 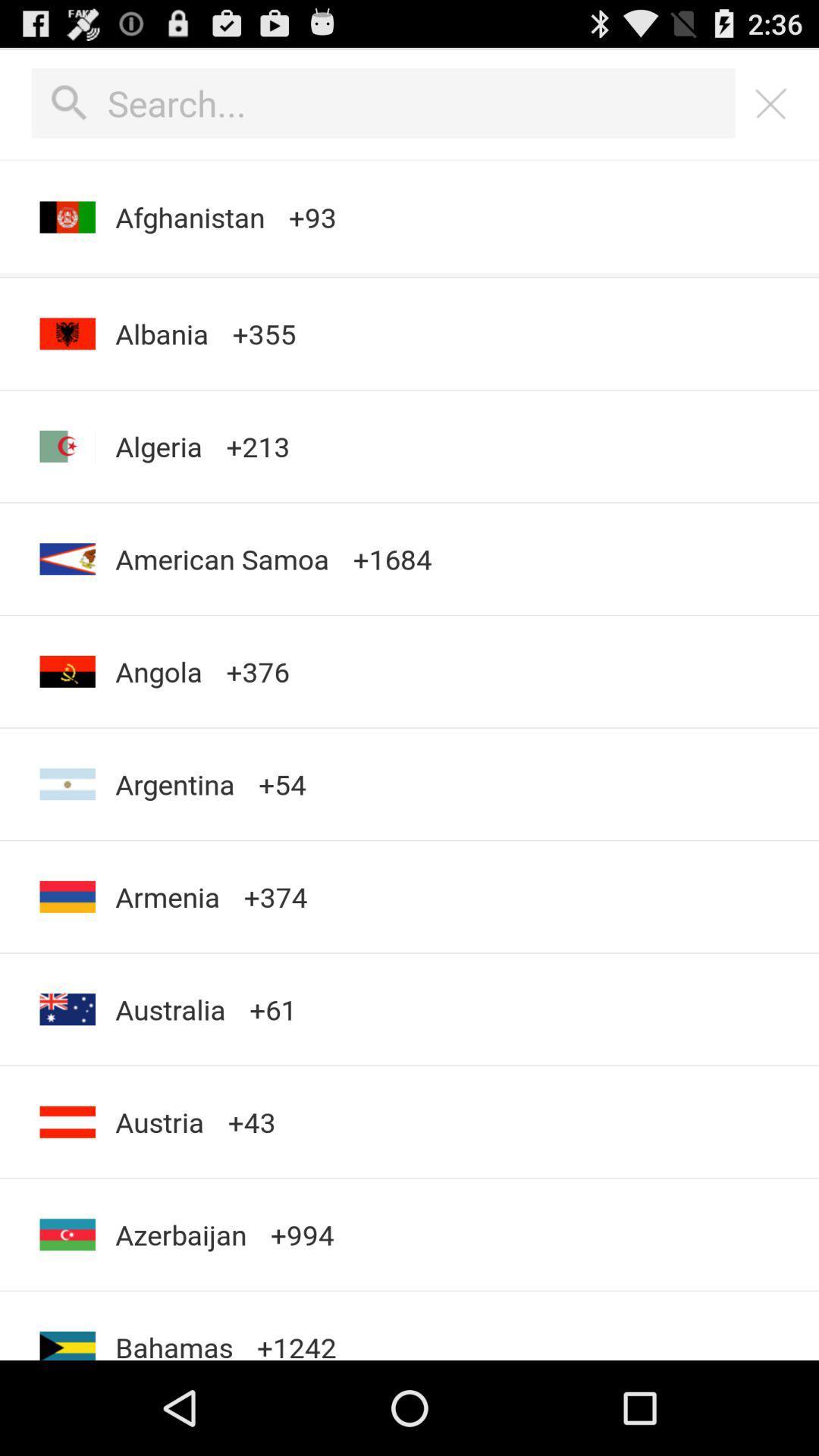 I want to click on icon next to the +374 app, so click(x=168, y=896).